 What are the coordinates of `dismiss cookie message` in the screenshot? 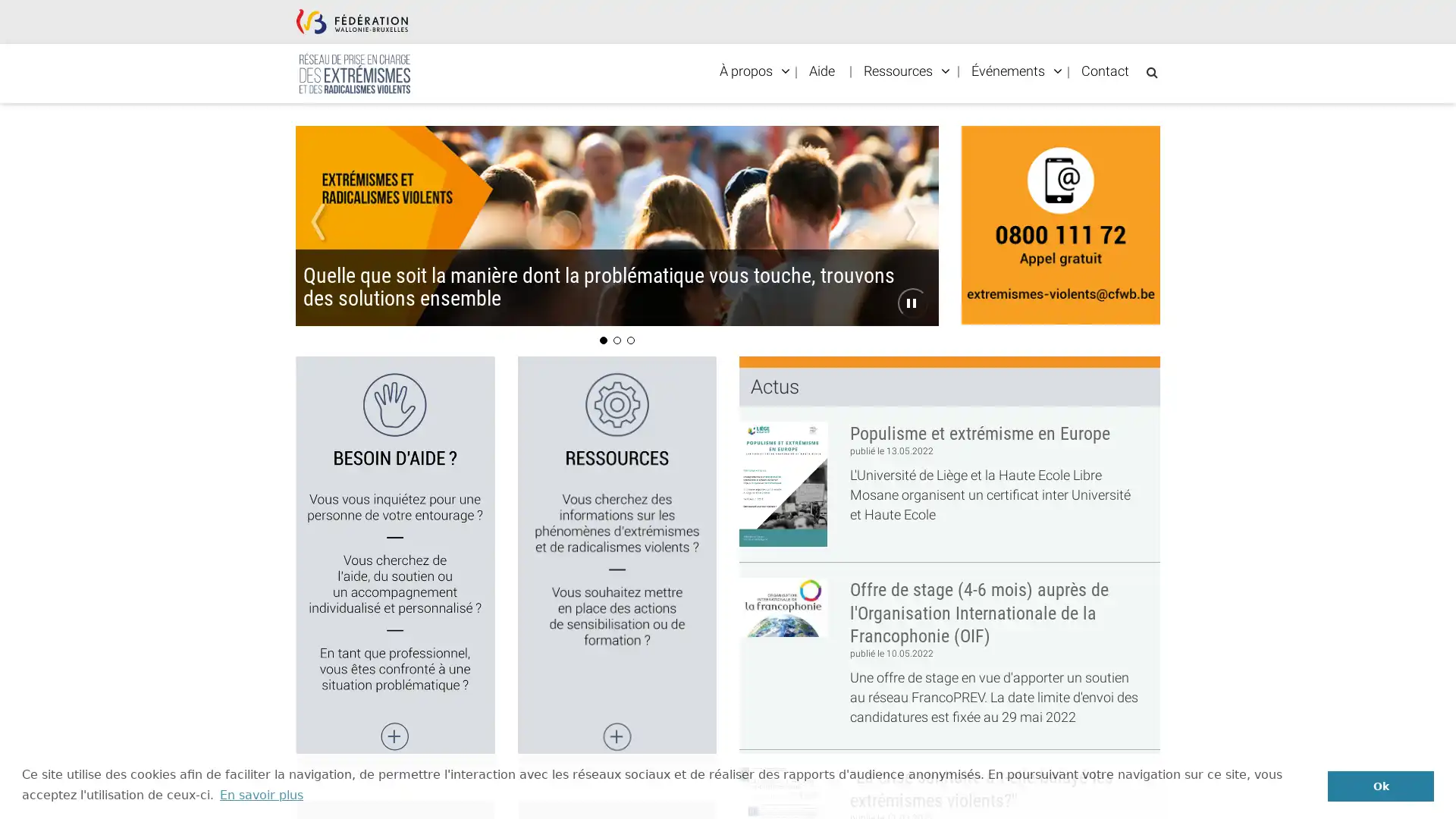 It's located at (1380, 785).